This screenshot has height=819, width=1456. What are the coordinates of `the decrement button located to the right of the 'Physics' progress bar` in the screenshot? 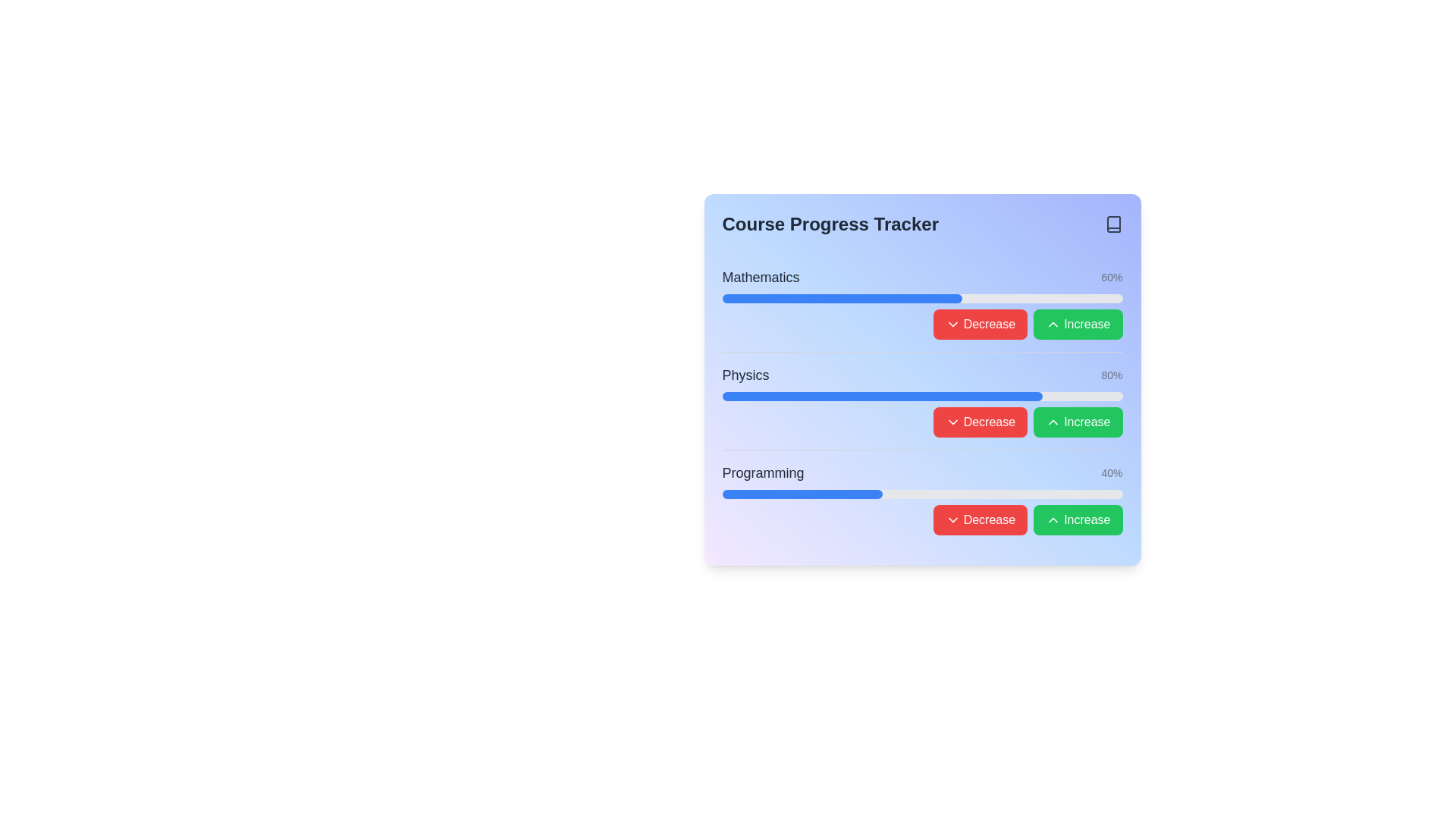 It's located at (980, 422).